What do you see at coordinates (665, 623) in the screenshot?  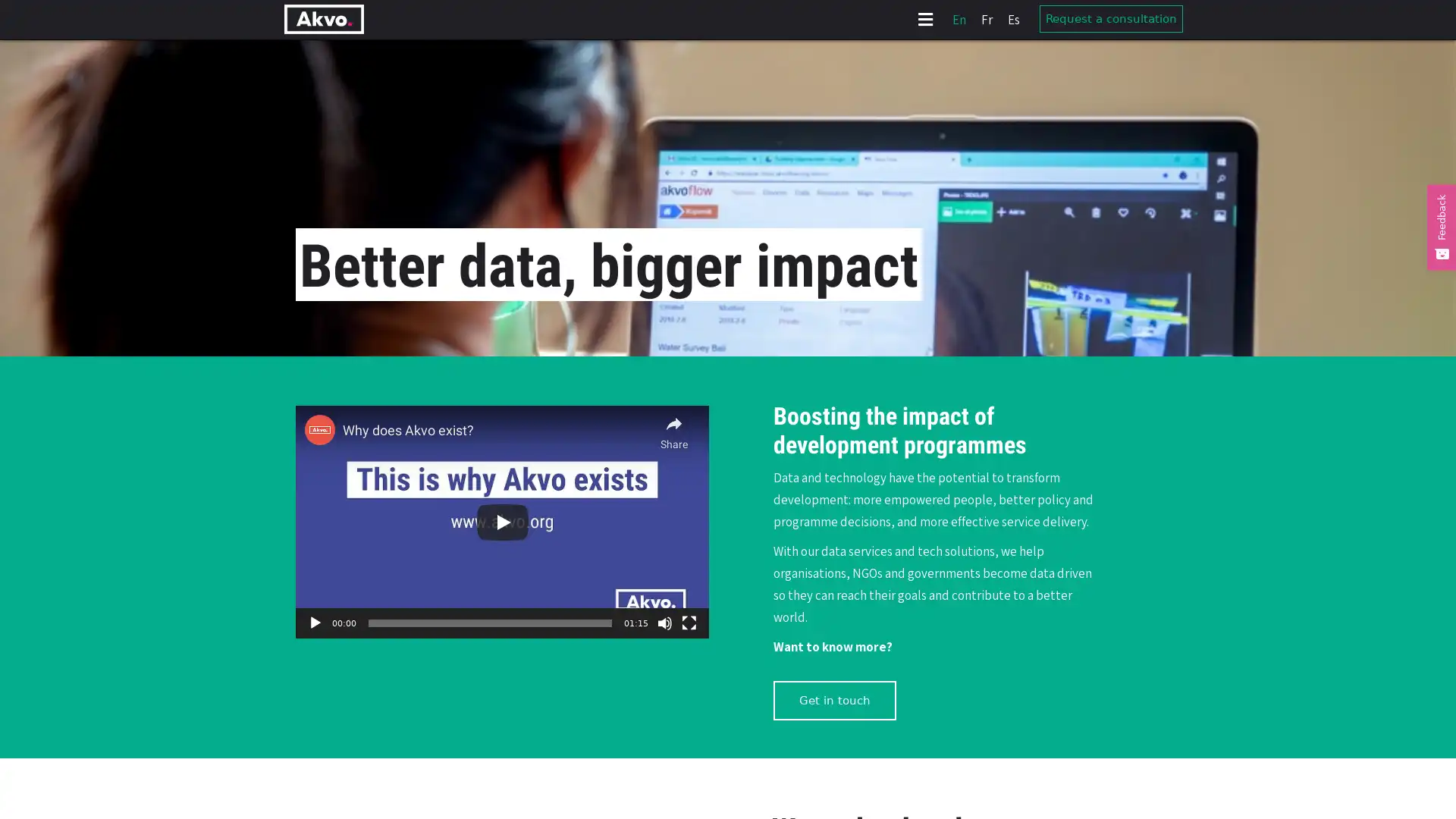 I see `Mute` at bounding box center [665, 623].